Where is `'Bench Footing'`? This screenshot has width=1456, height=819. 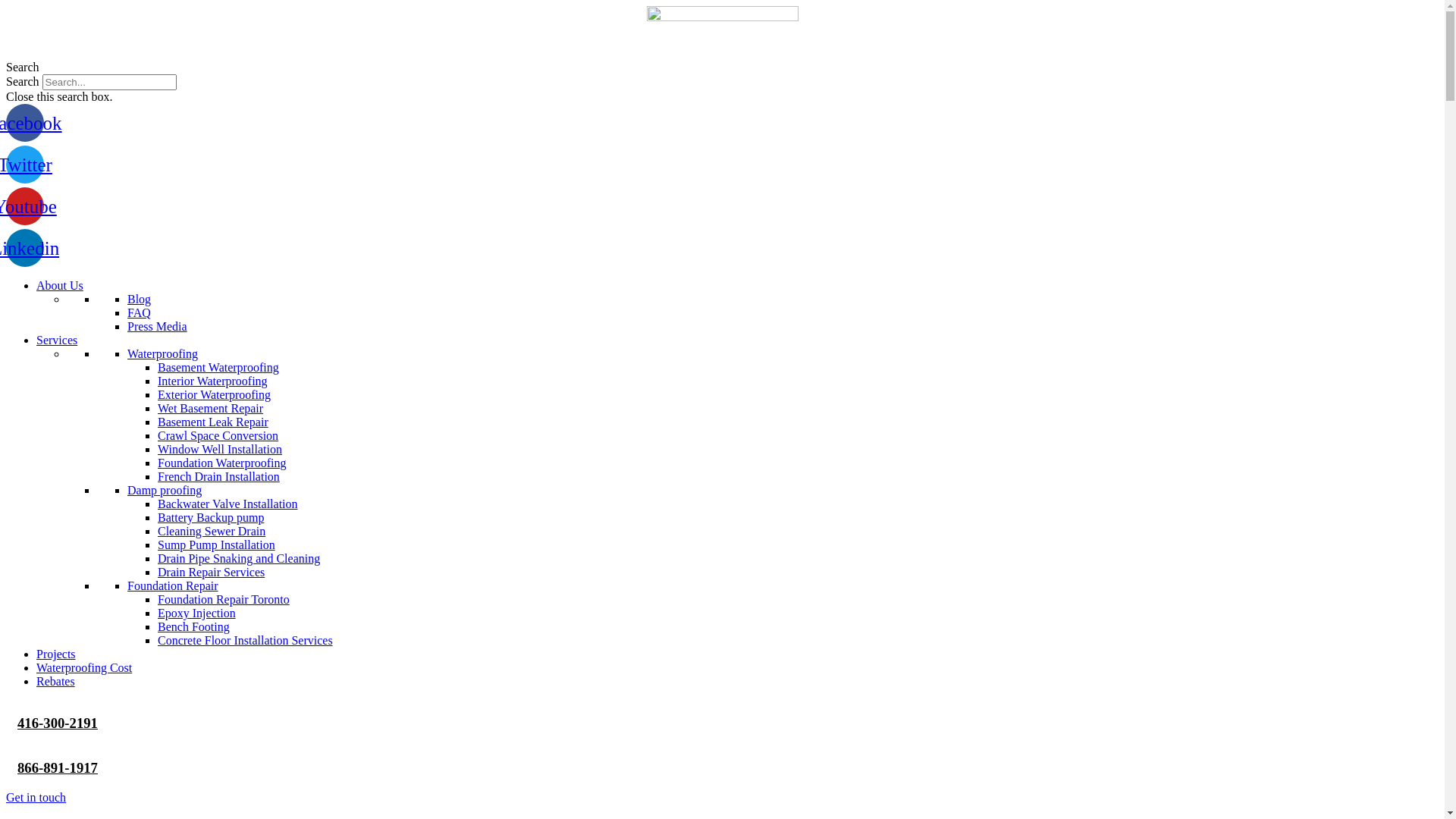
'Bench Footing' is located at coordinates (193, 626).